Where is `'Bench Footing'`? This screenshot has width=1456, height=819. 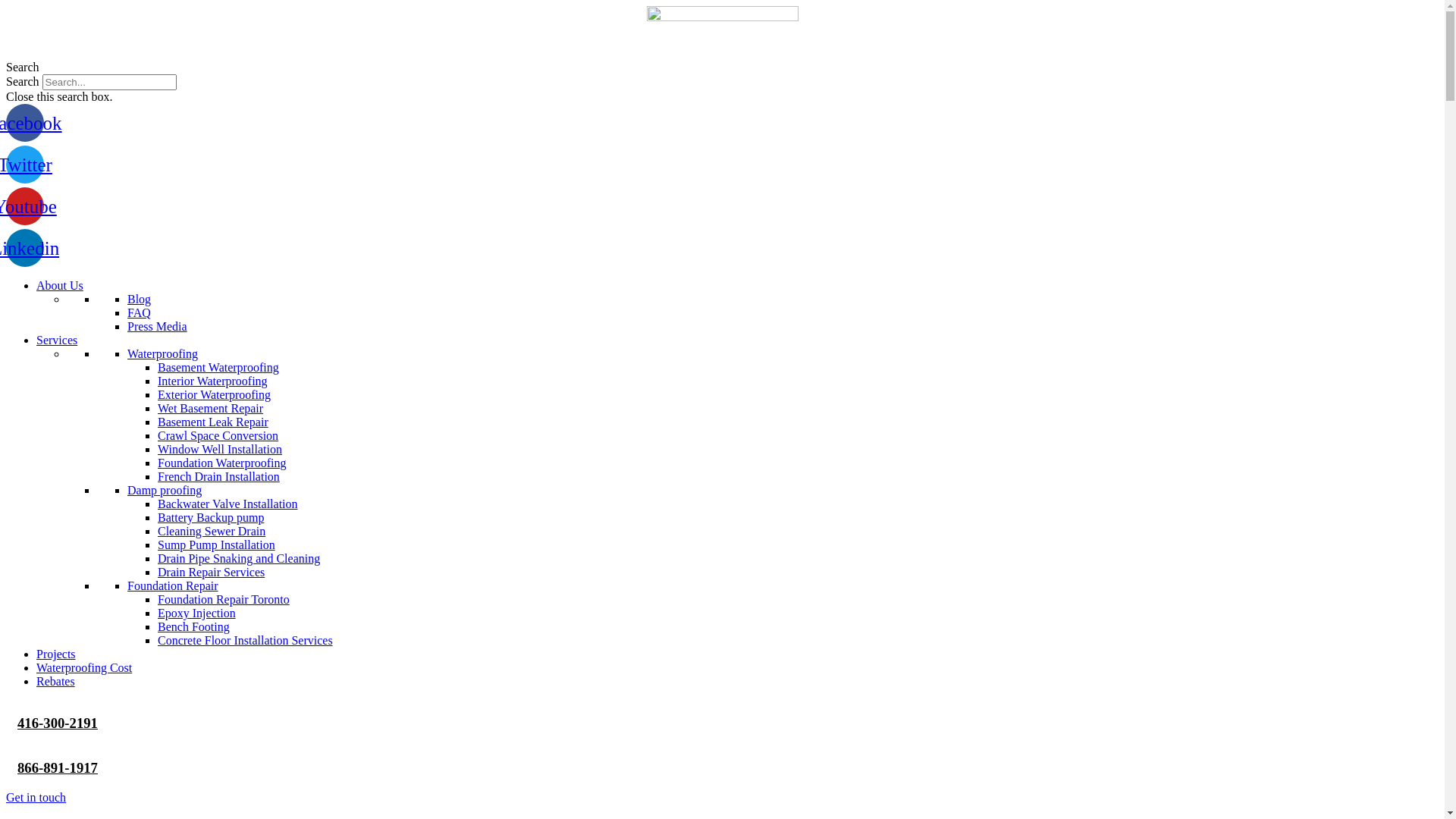
'Bench Footing' is located at coordinates (193, 626).